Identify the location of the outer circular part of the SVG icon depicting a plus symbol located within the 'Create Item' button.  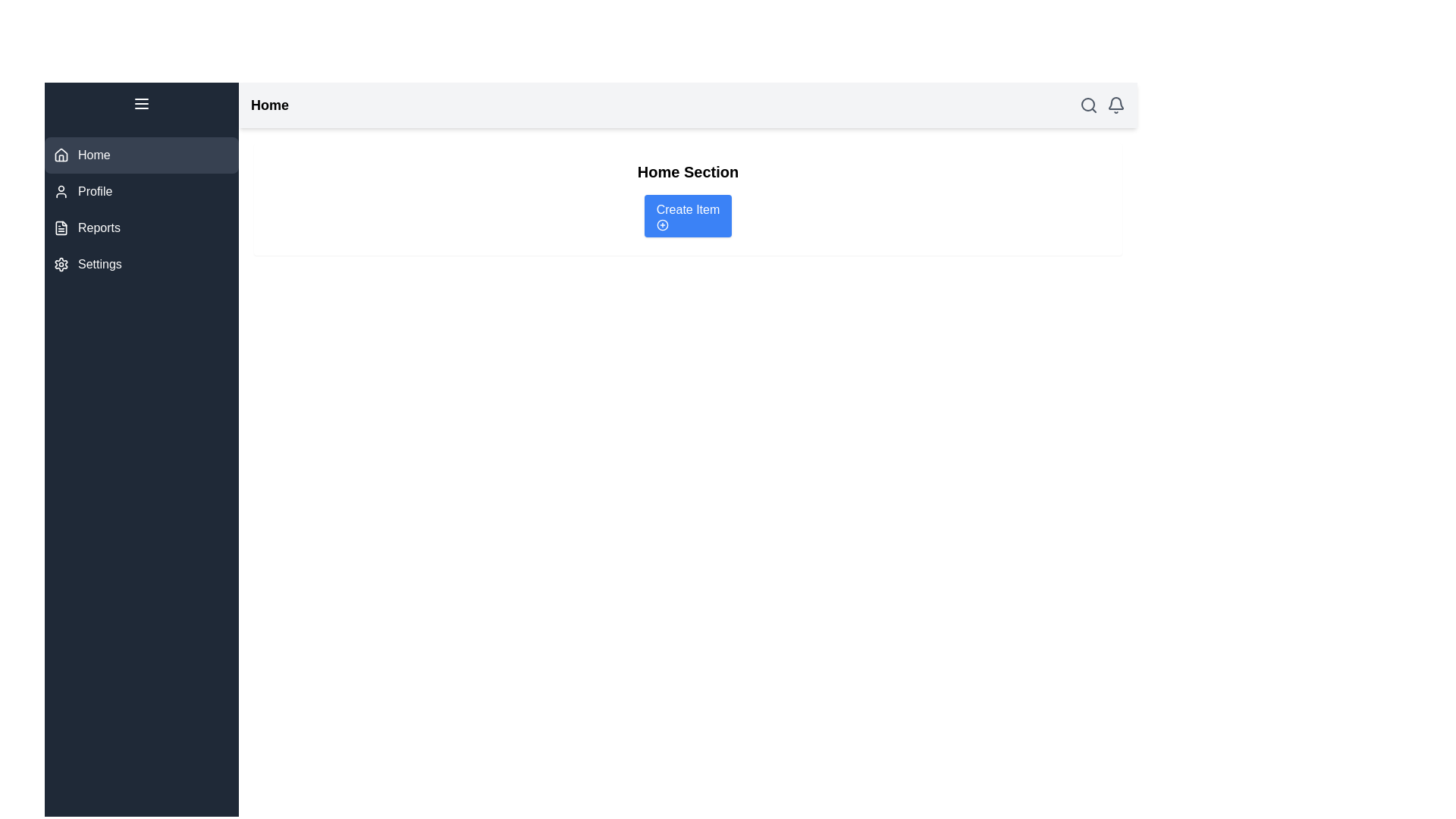
(662, 225).